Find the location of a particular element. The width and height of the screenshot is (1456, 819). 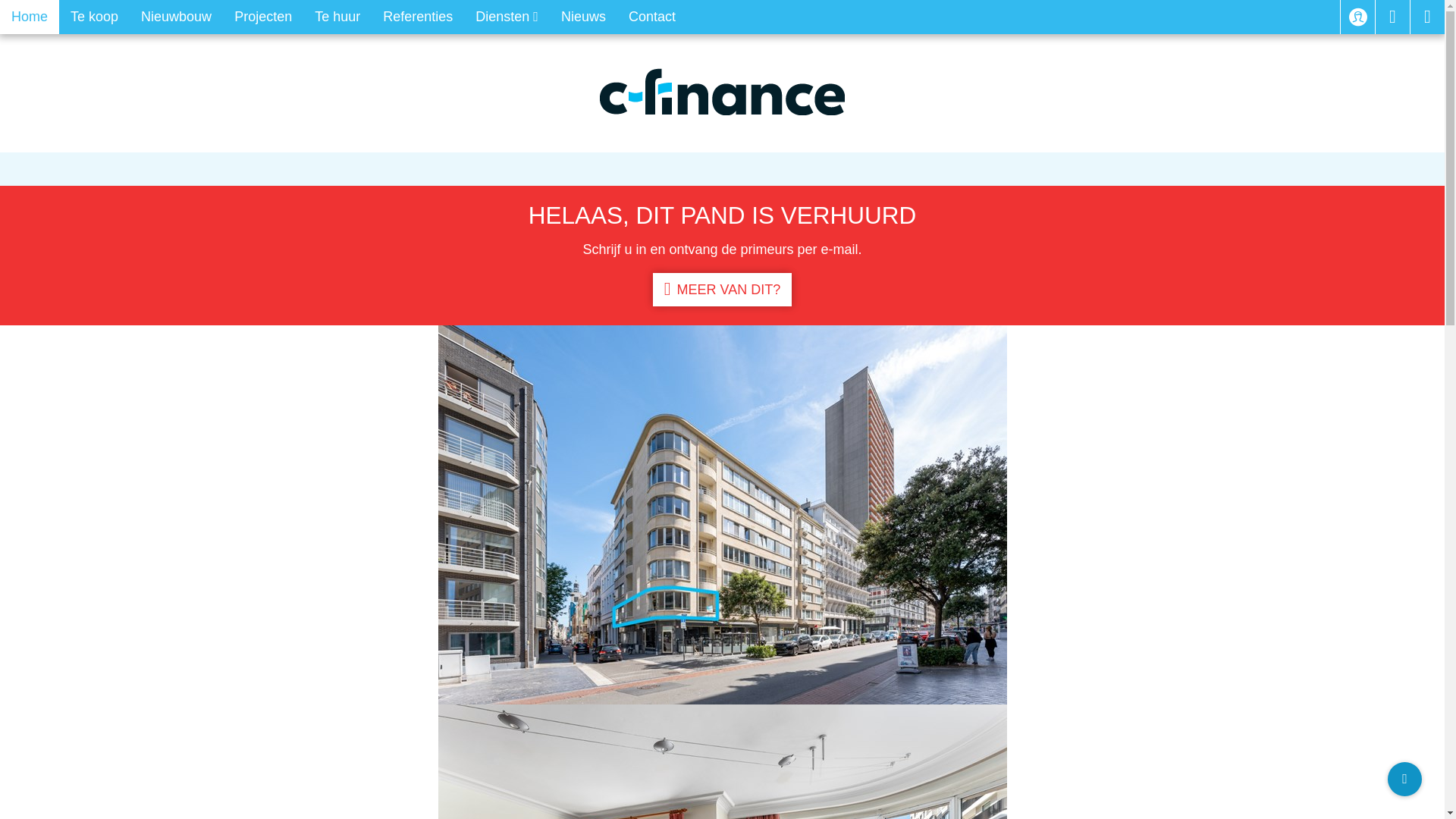

'Eigenaarslogin' is located at coordinates (1357, 17).